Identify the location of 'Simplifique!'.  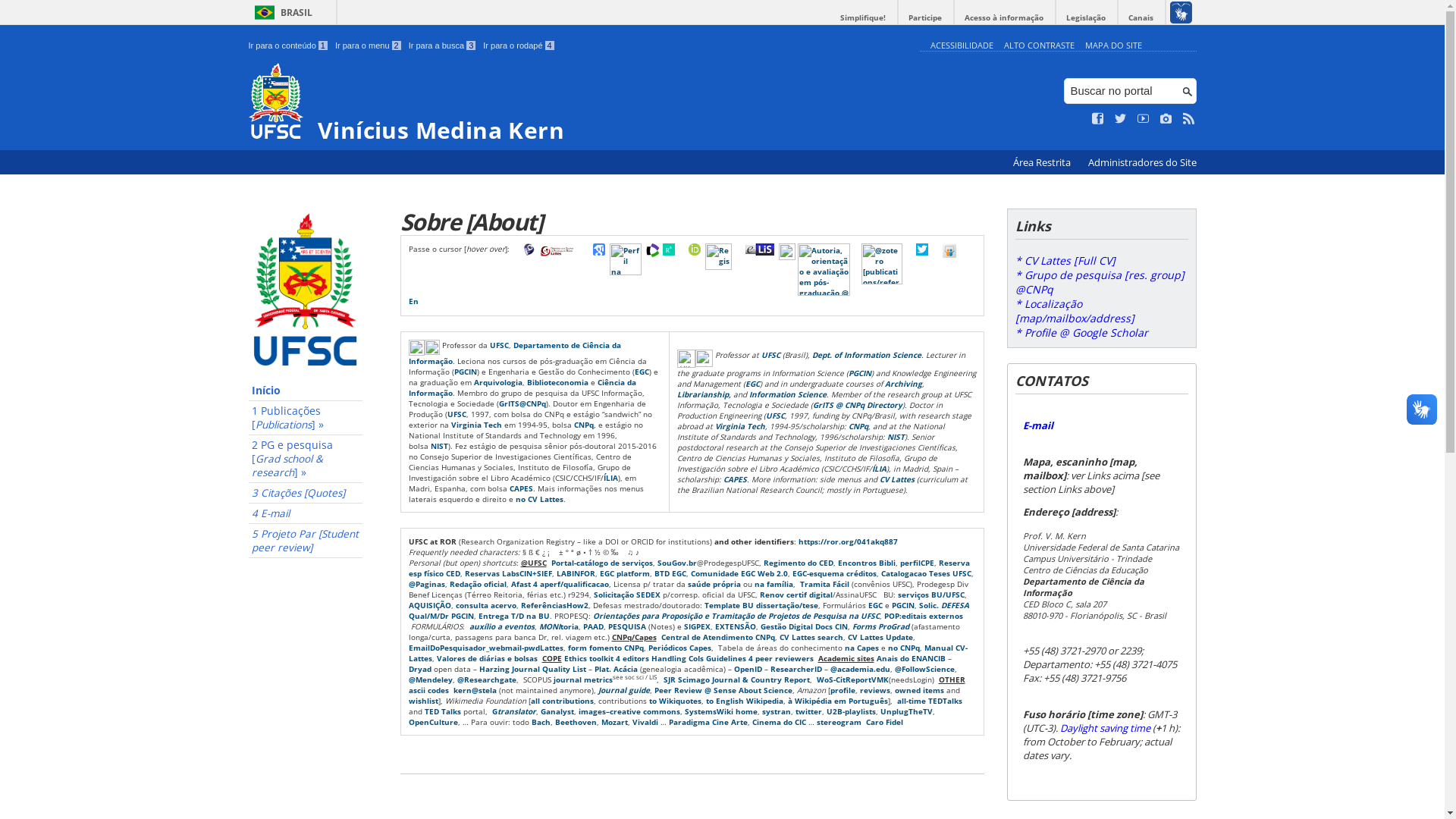
(862, 17).